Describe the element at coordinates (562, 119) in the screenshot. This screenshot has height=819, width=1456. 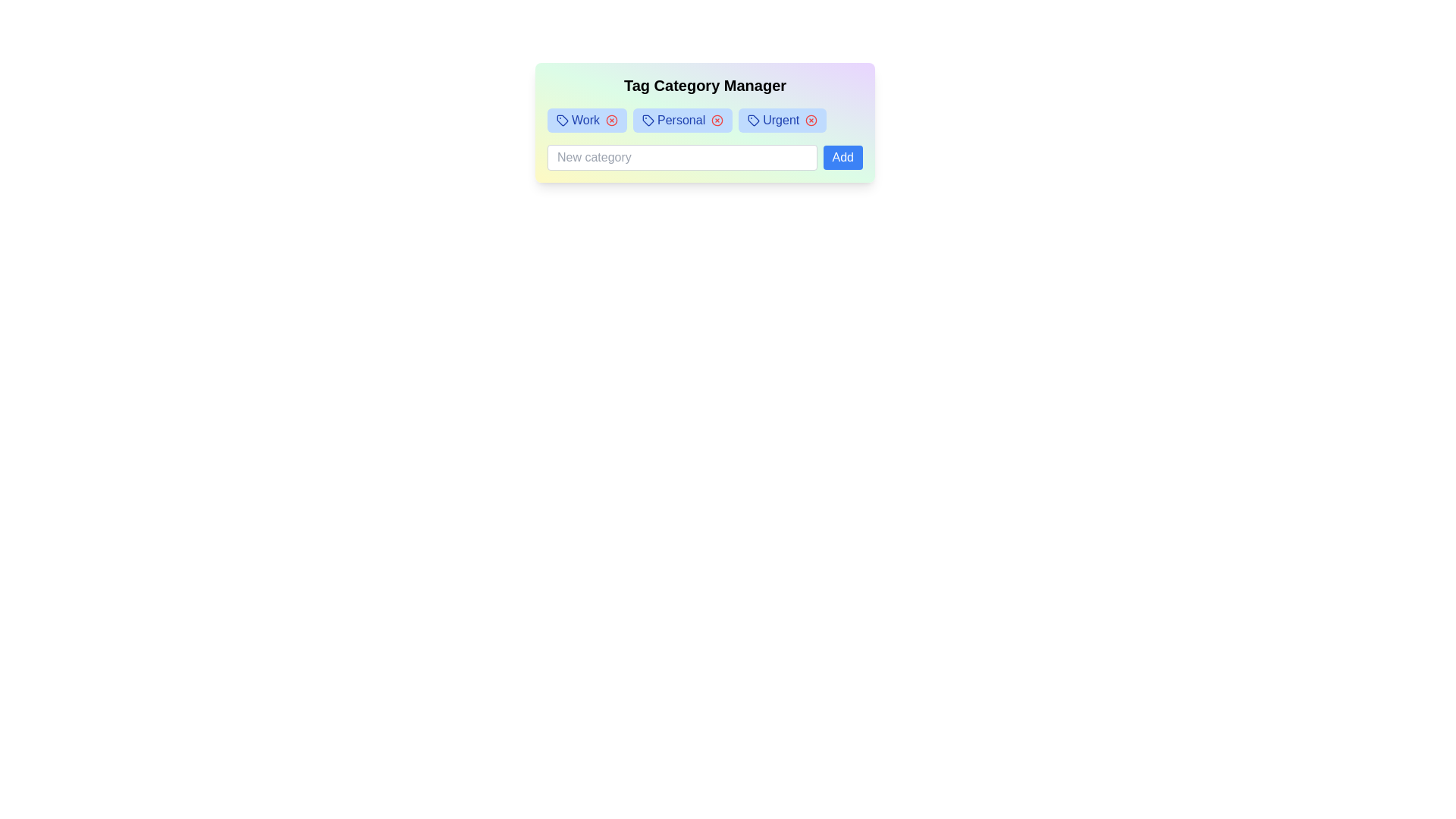
I see `the tag icon representing the 'Work' category, which is the first icon in the tag options of the 'Tag Category Manager' card` at that location.